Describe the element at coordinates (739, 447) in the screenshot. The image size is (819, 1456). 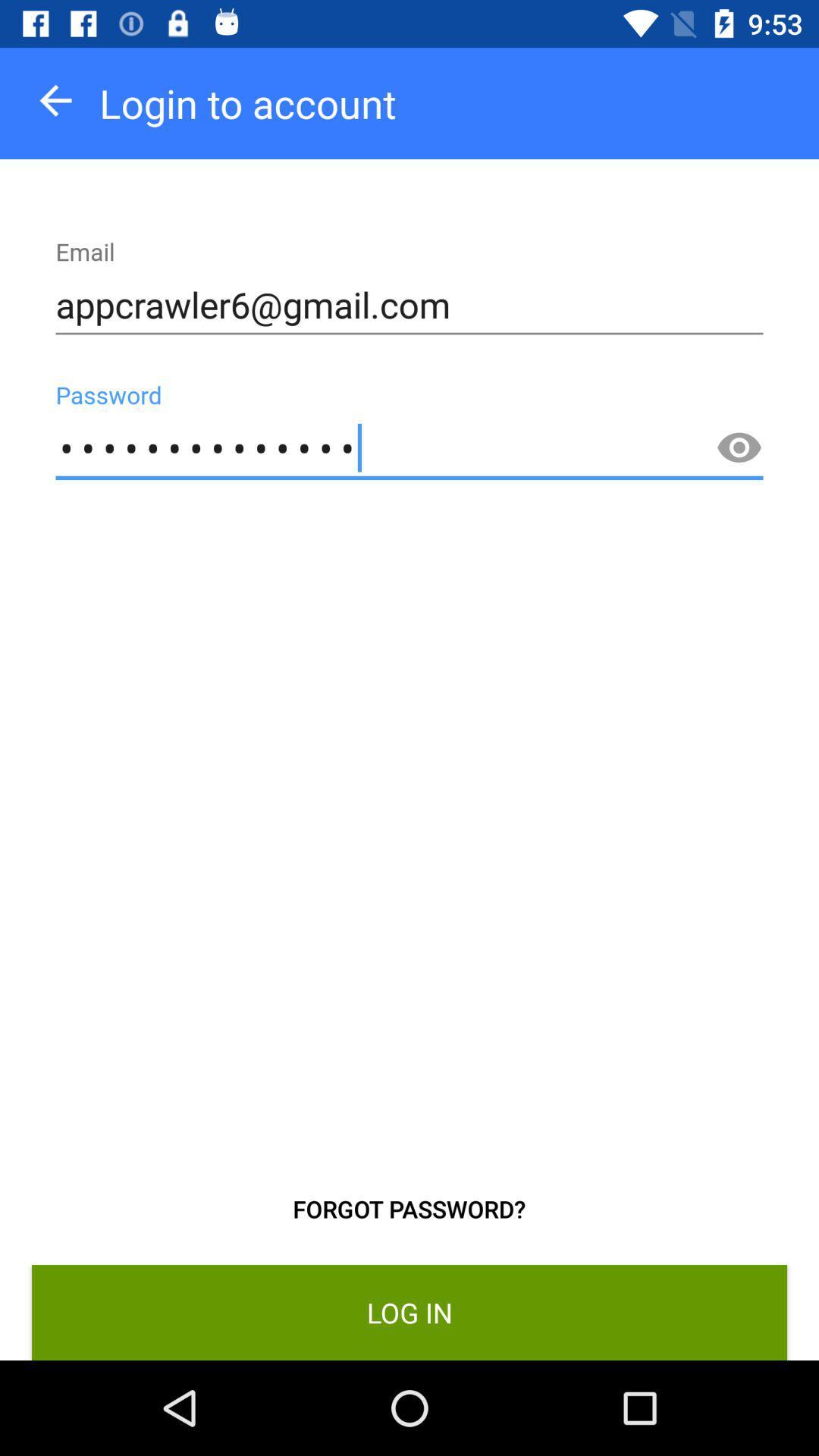
I see `icon below the appcrawler6@gmail.com item` at that location.